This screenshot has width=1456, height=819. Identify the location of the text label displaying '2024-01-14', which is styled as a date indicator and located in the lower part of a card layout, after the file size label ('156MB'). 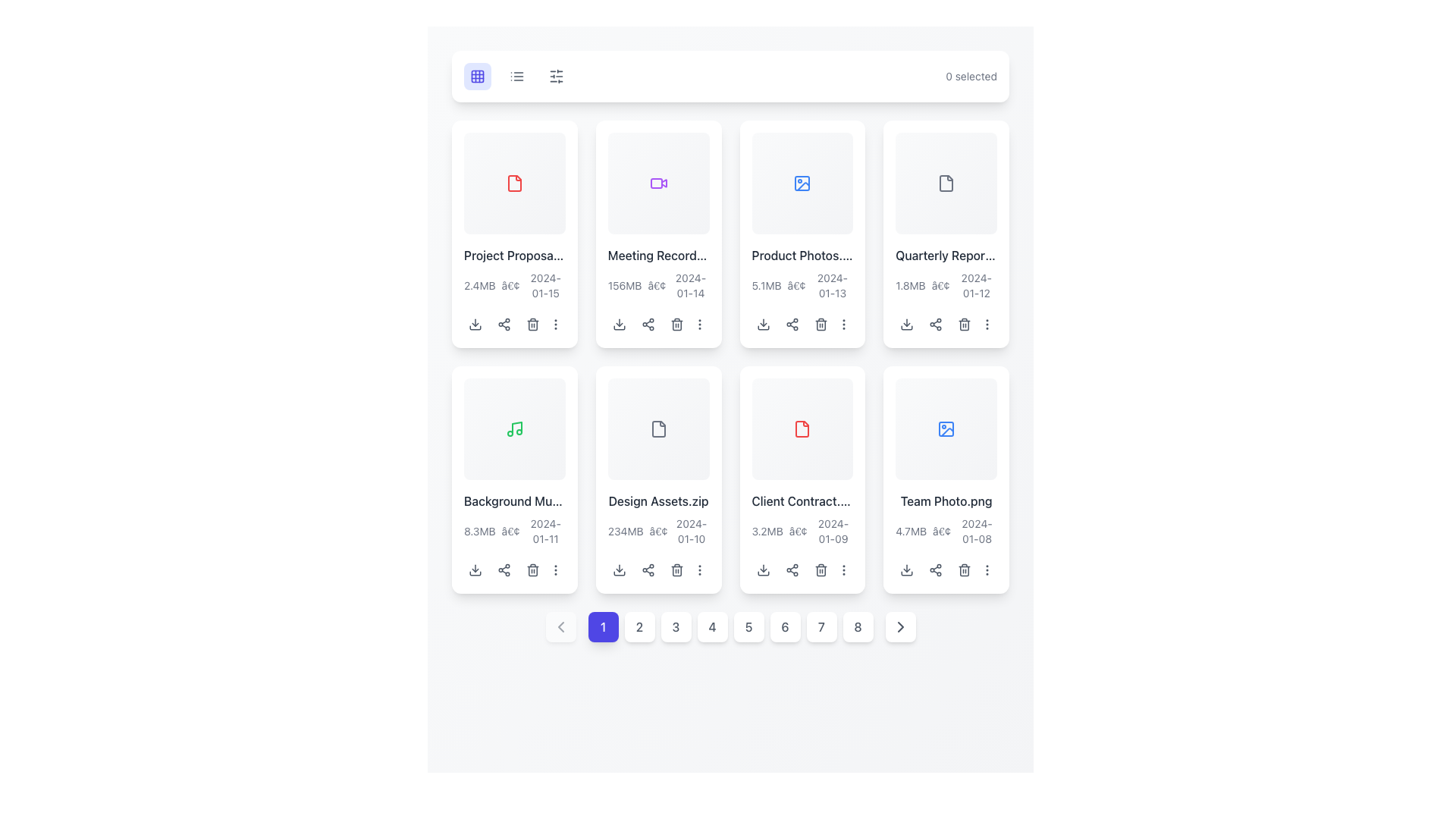
(690, 285).